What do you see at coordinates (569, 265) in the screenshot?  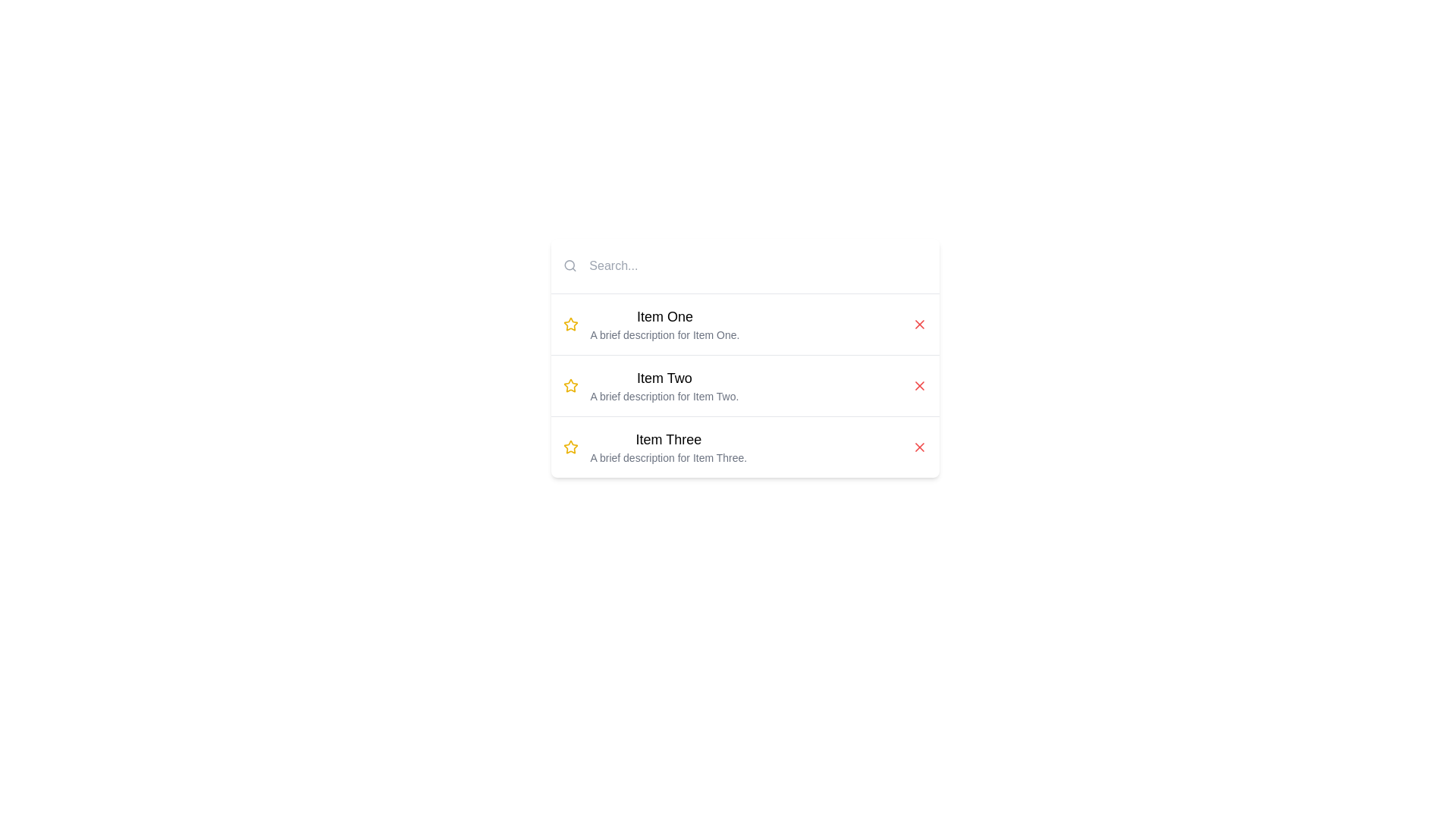 I see `the decorative SVG circle within the magnifying-glass icon, which represents the search functionality, located at the top-left corner of the interface` at bounding box center [569, 265].